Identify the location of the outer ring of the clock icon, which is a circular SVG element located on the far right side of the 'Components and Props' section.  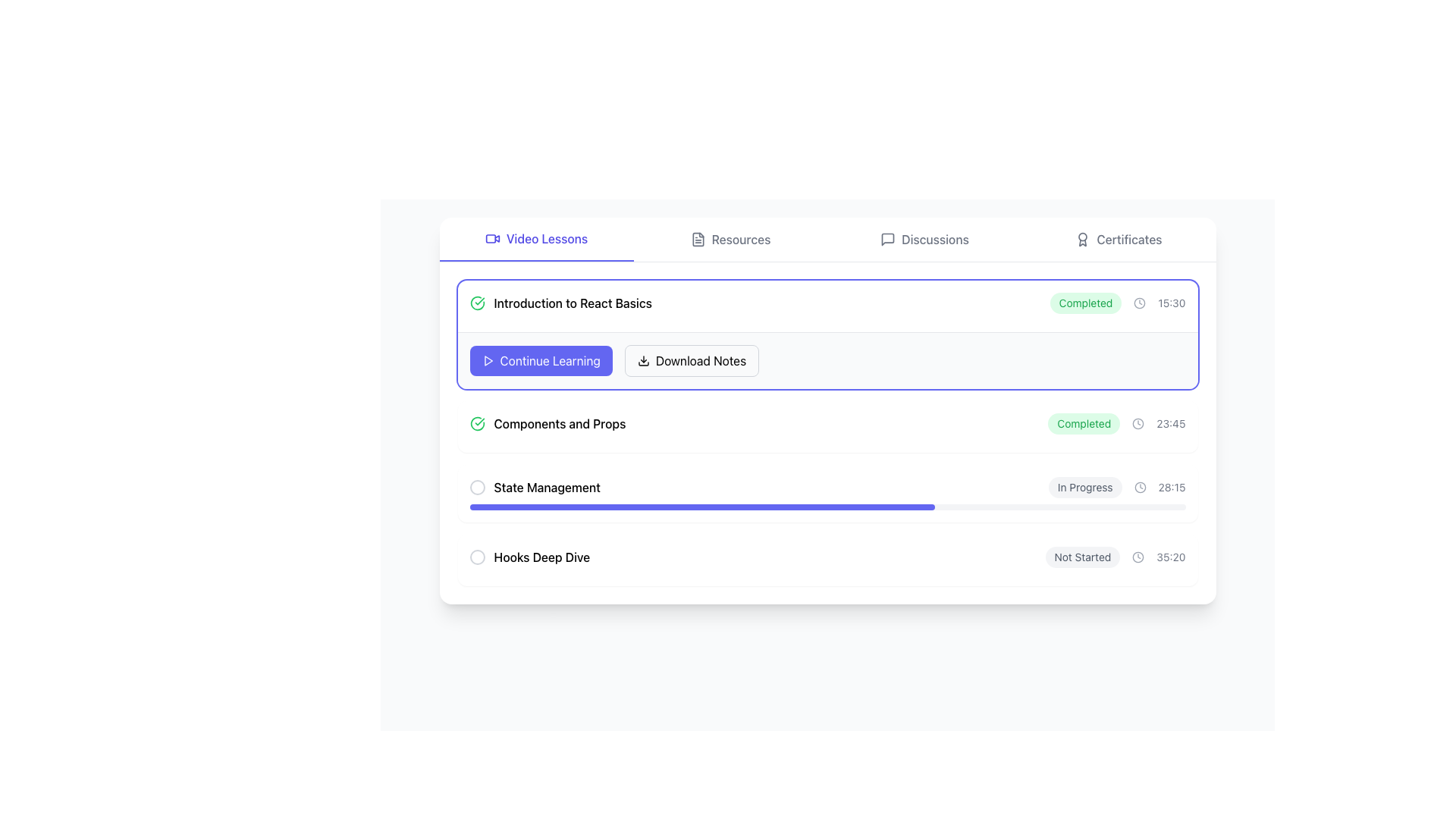
(1138, 424).